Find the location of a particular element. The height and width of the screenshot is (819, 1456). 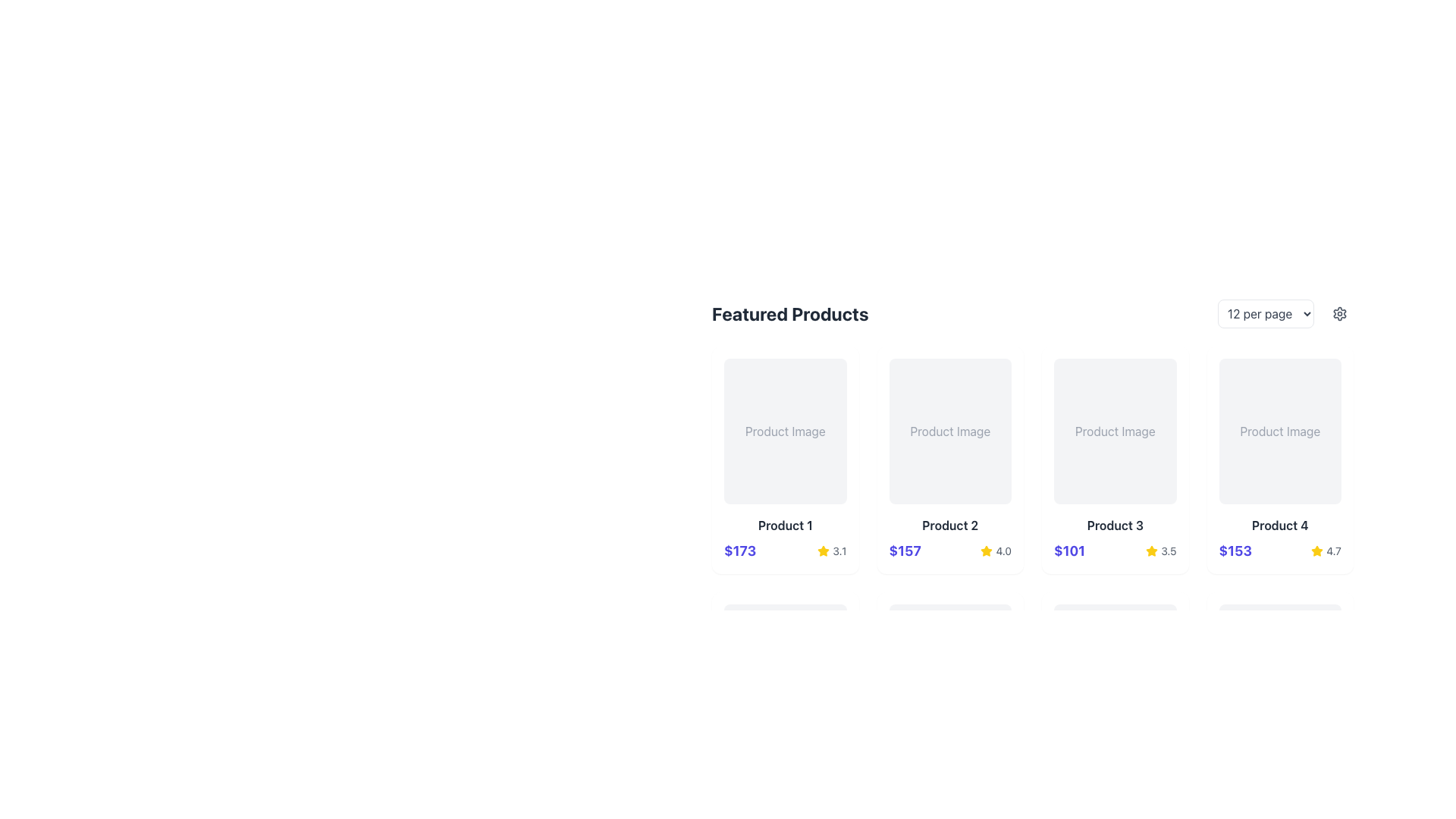

the star icon representing the rating of the product, located to the left of the text '3.5' in the third card of the product list is located at coordinates (1152, 551).